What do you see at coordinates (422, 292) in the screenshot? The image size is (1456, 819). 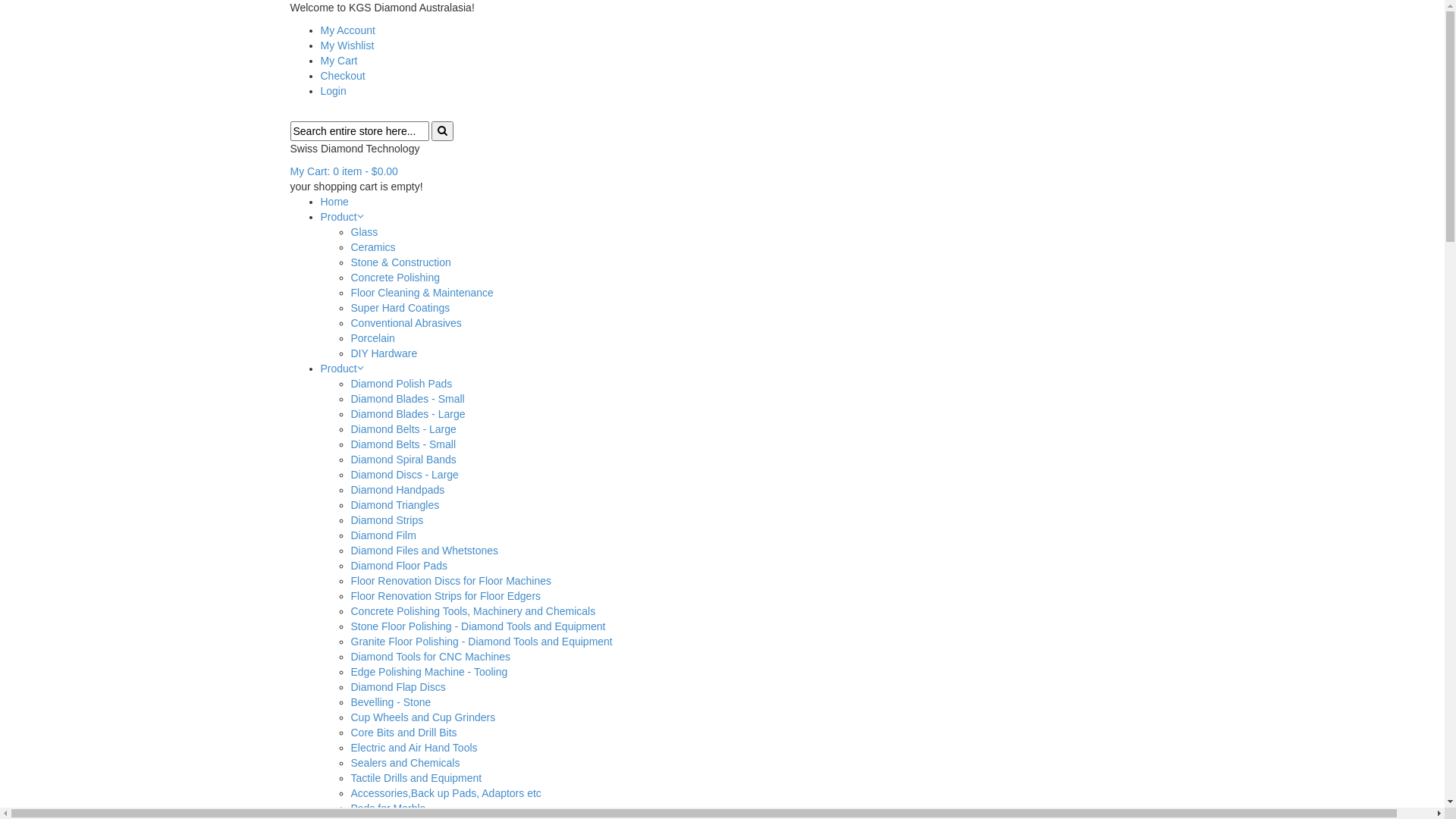 I see `'Floor Cleaning & Maintenance'` at bounding box center [422, 292].